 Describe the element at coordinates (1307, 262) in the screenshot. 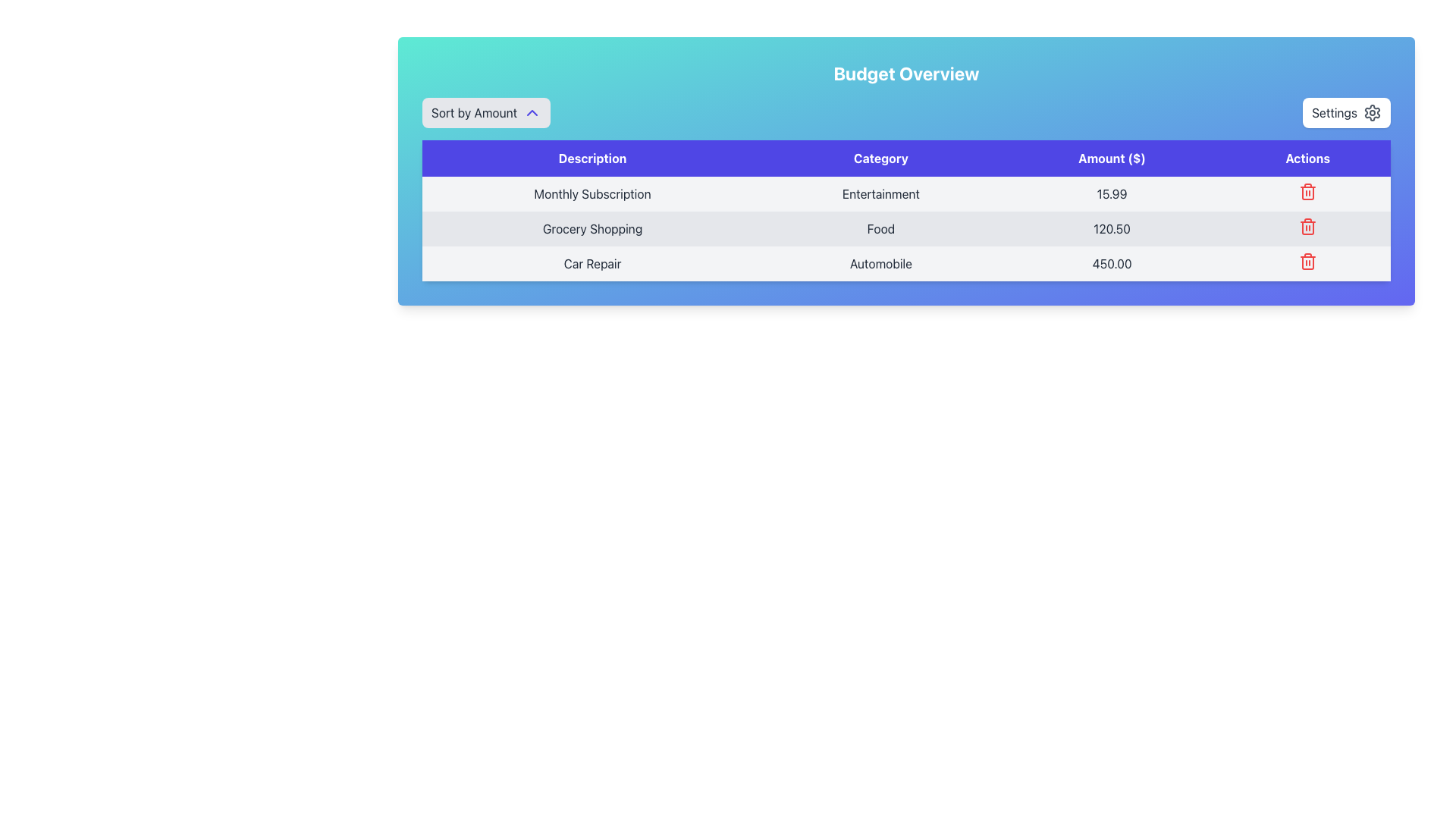

I see `the delete button located in the 'Actions' column of the row containing 'Car Repair'` at that location.